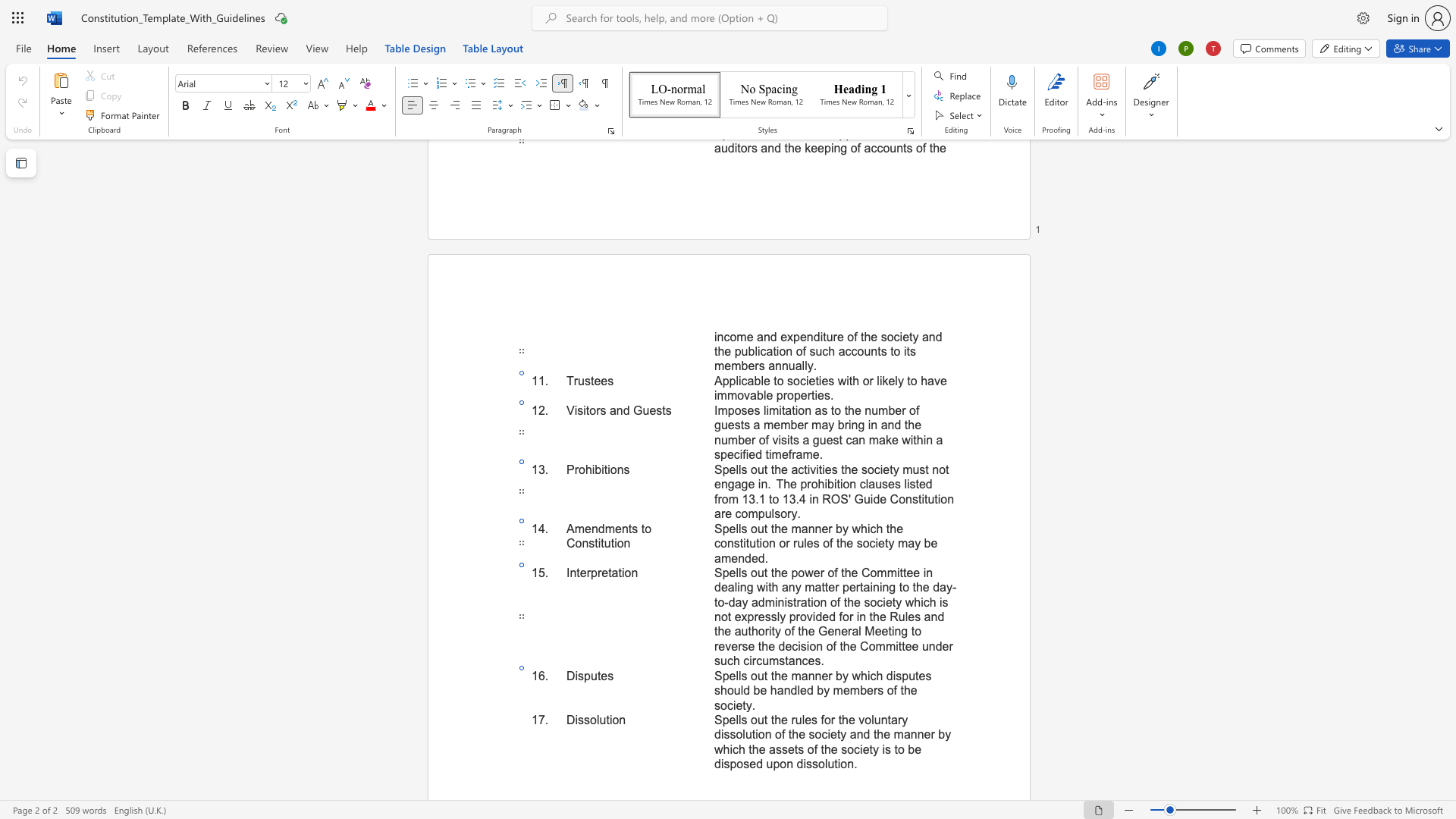 The width and height of the screenshot is (1456, 819). I want to click on the 1th character "a" in the text, so click(804, 675).